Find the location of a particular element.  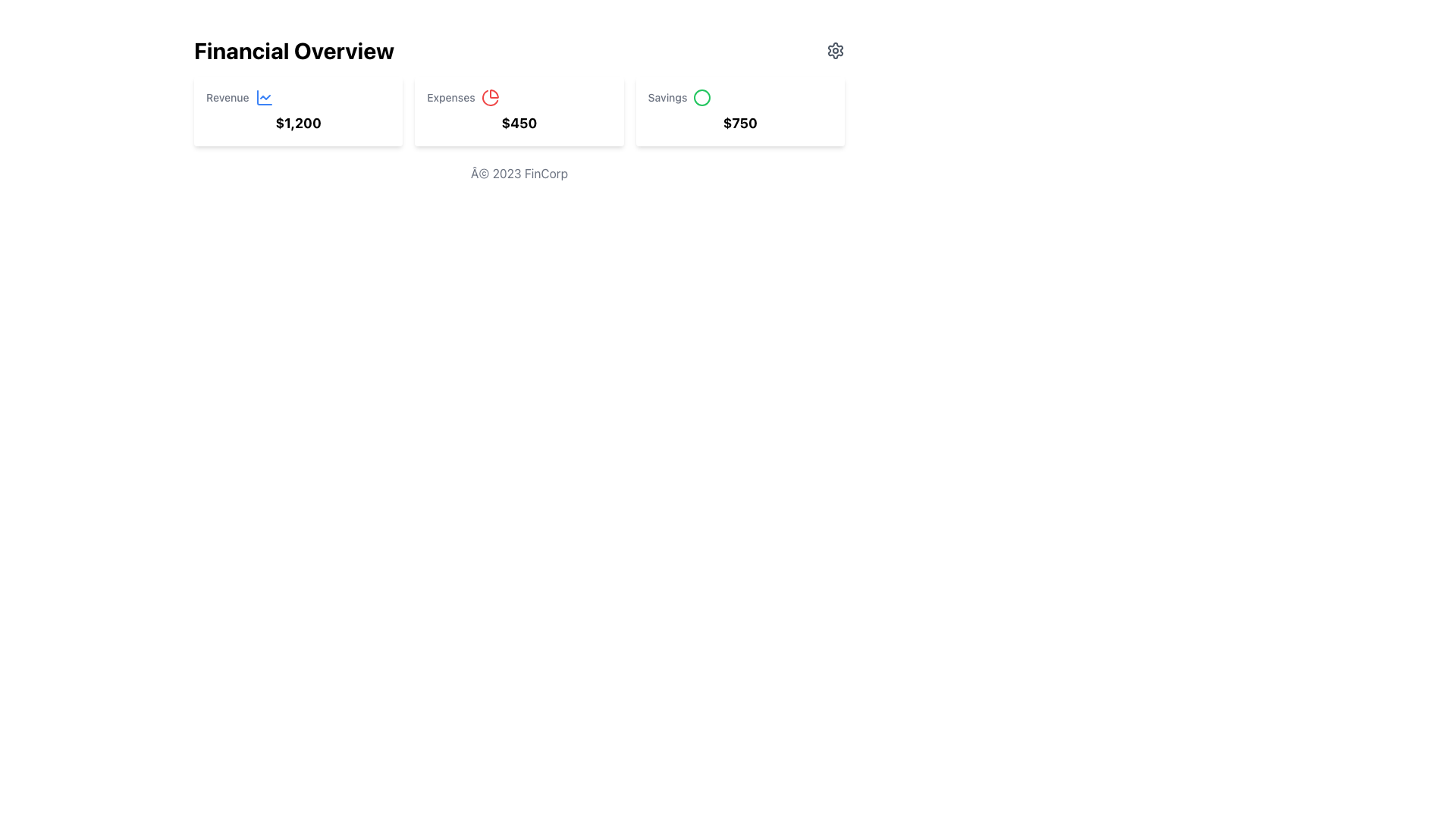

the 'Savings' text label, which is displayed in medium gray color with a smaller font size and bold typeface, located at the top-left corner of its containing flex box is located at coordinates (667, 97).